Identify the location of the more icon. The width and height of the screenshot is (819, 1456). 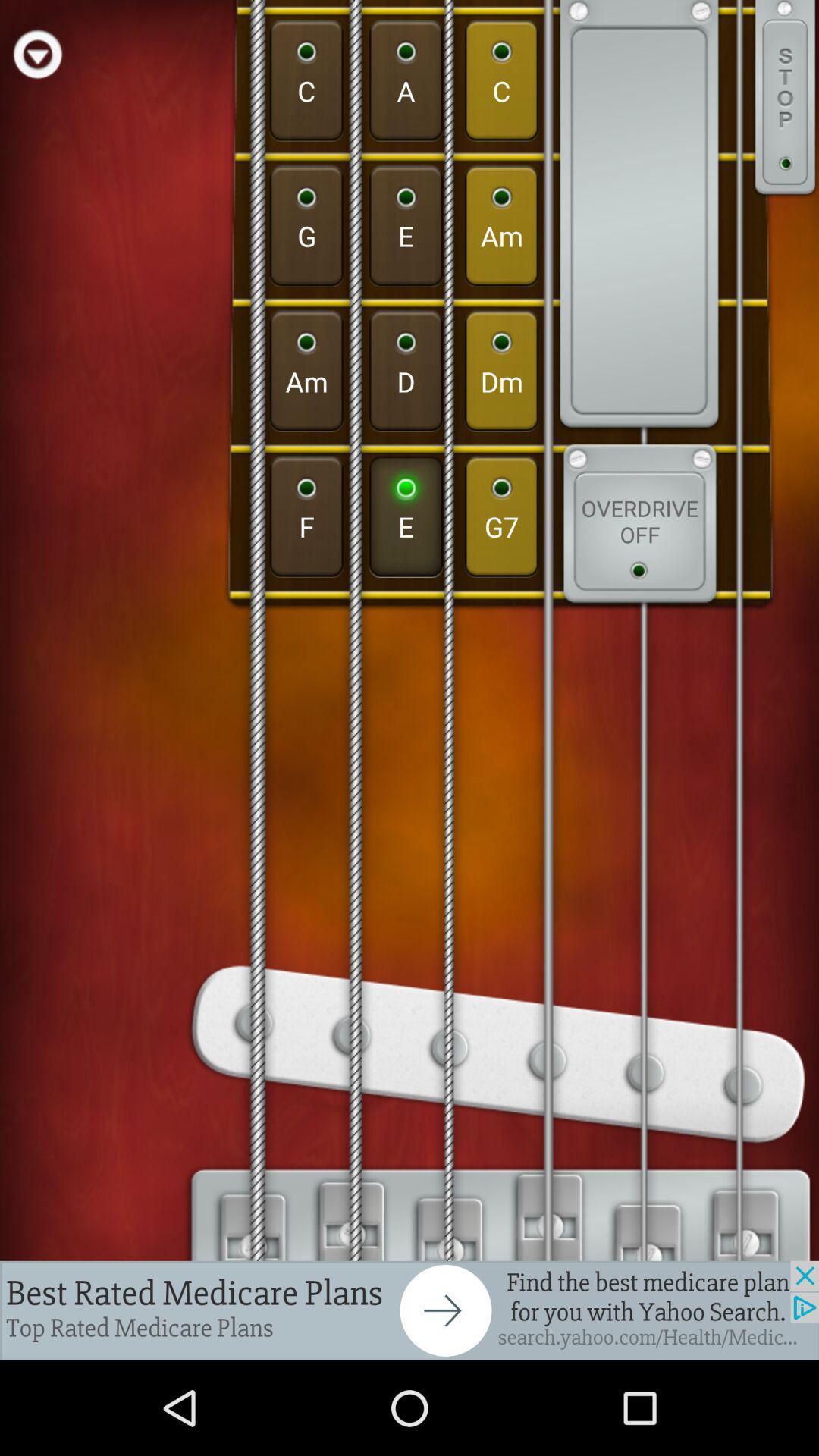
(785, 105).